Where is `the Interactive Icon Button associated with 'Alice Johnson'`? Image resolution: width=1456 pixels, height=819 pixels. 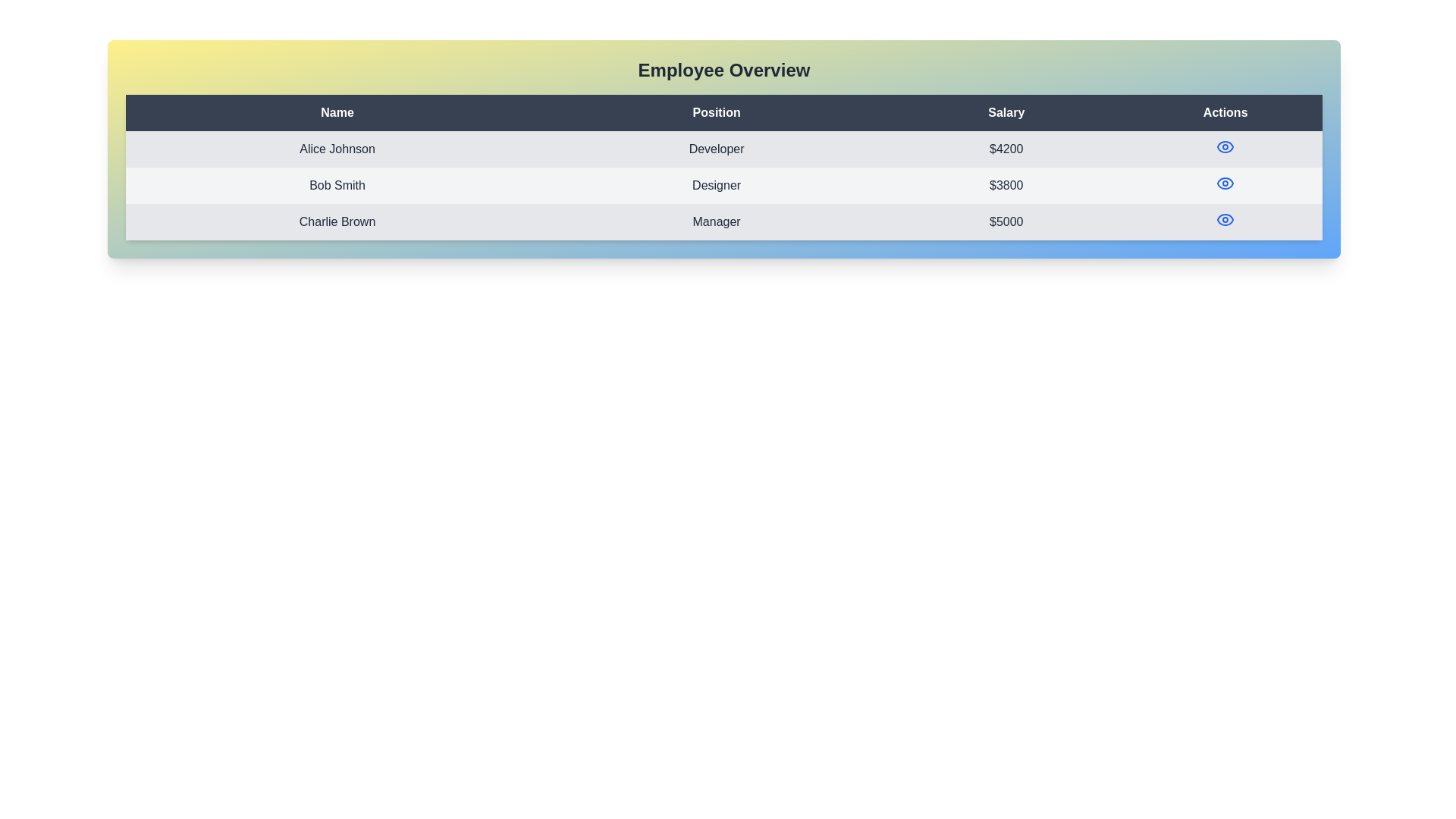 the Interactive Icon Button associated with 'Alice Johnson' is located at coordinates (1225, 149).